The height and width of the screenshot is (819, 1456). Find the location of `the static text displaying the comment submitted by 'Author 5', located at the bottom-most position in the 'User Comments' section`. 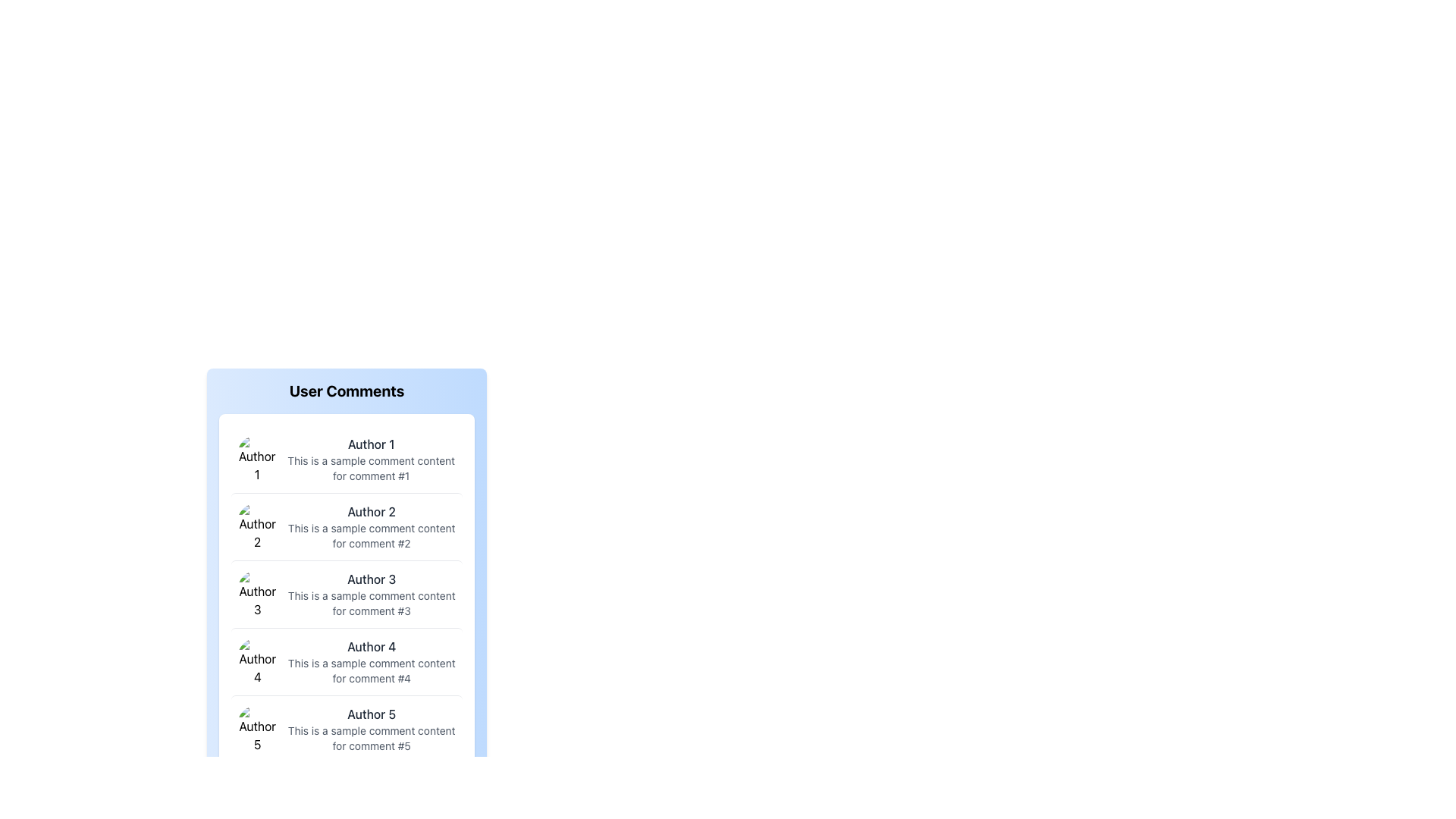

the static text displaying the comment submitted by 'Author 5', located at the bottom-most position in the 'User Comments' section is located at coordinates (372, 738).